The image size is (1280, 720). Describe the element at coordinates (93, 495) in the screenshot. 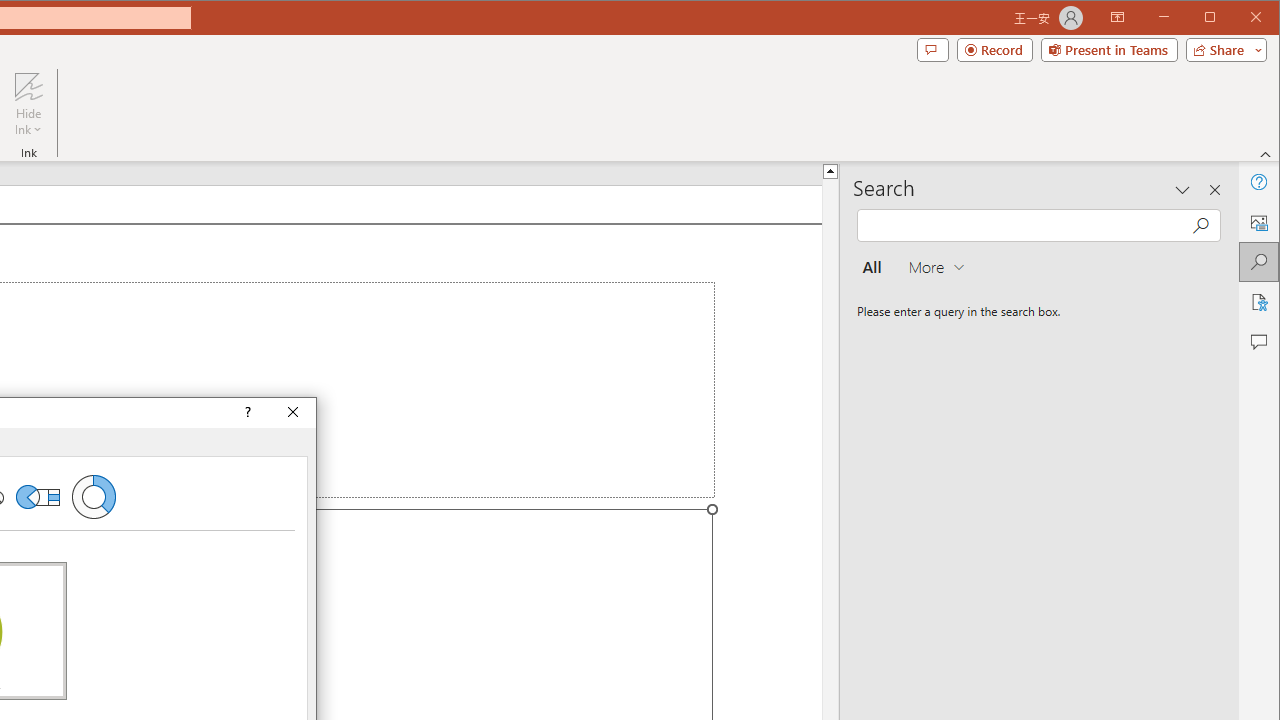

I see `'Doughnut'` at that location.